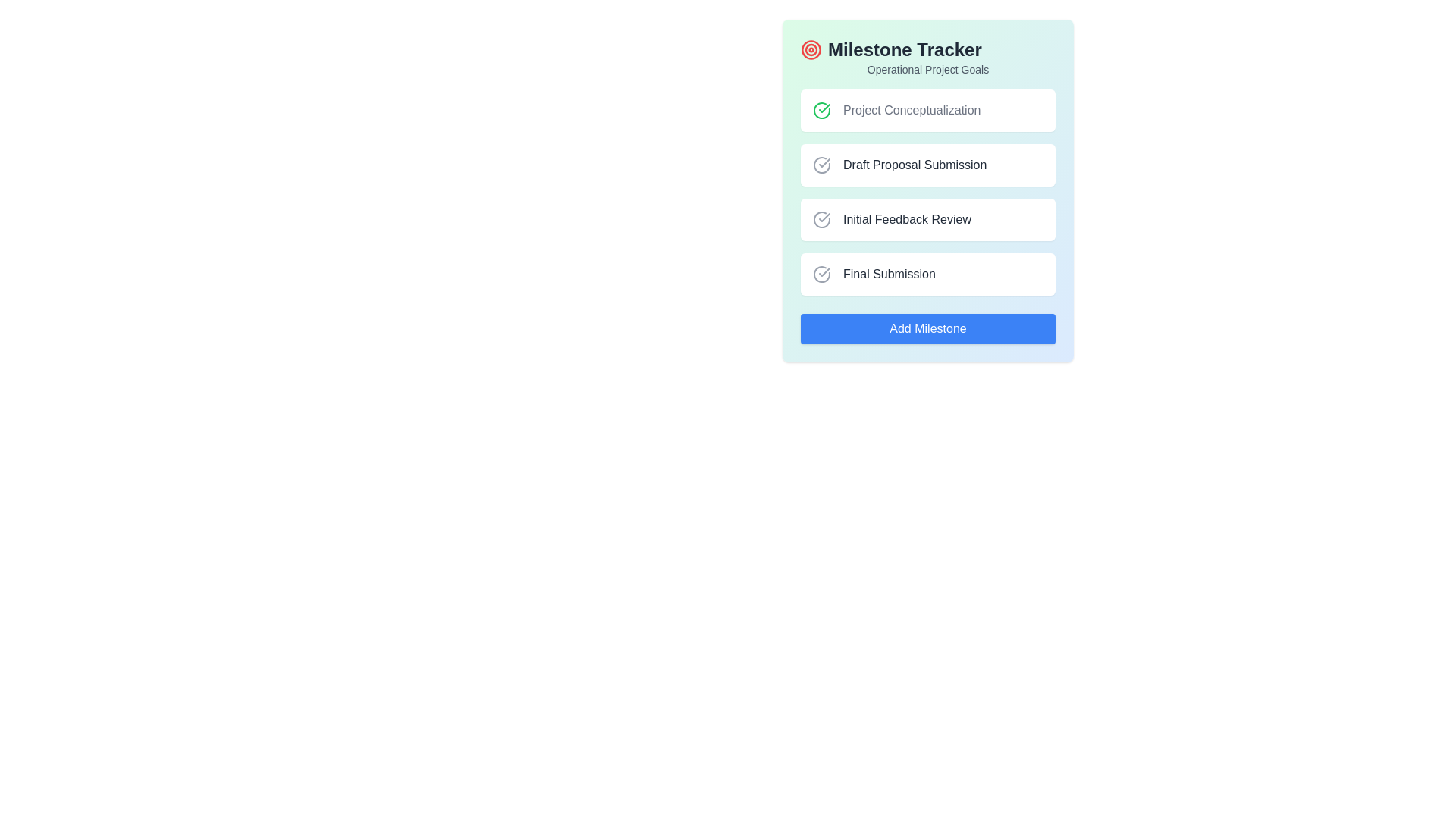 Image resolution: width=1456 pixels, height=819 pixels. Describe the element at coordinates (821, 165) in the screenshot. I see `the gray circular checkmark icon located to the left of the 'Draft Proposal Submission' text` at that location.